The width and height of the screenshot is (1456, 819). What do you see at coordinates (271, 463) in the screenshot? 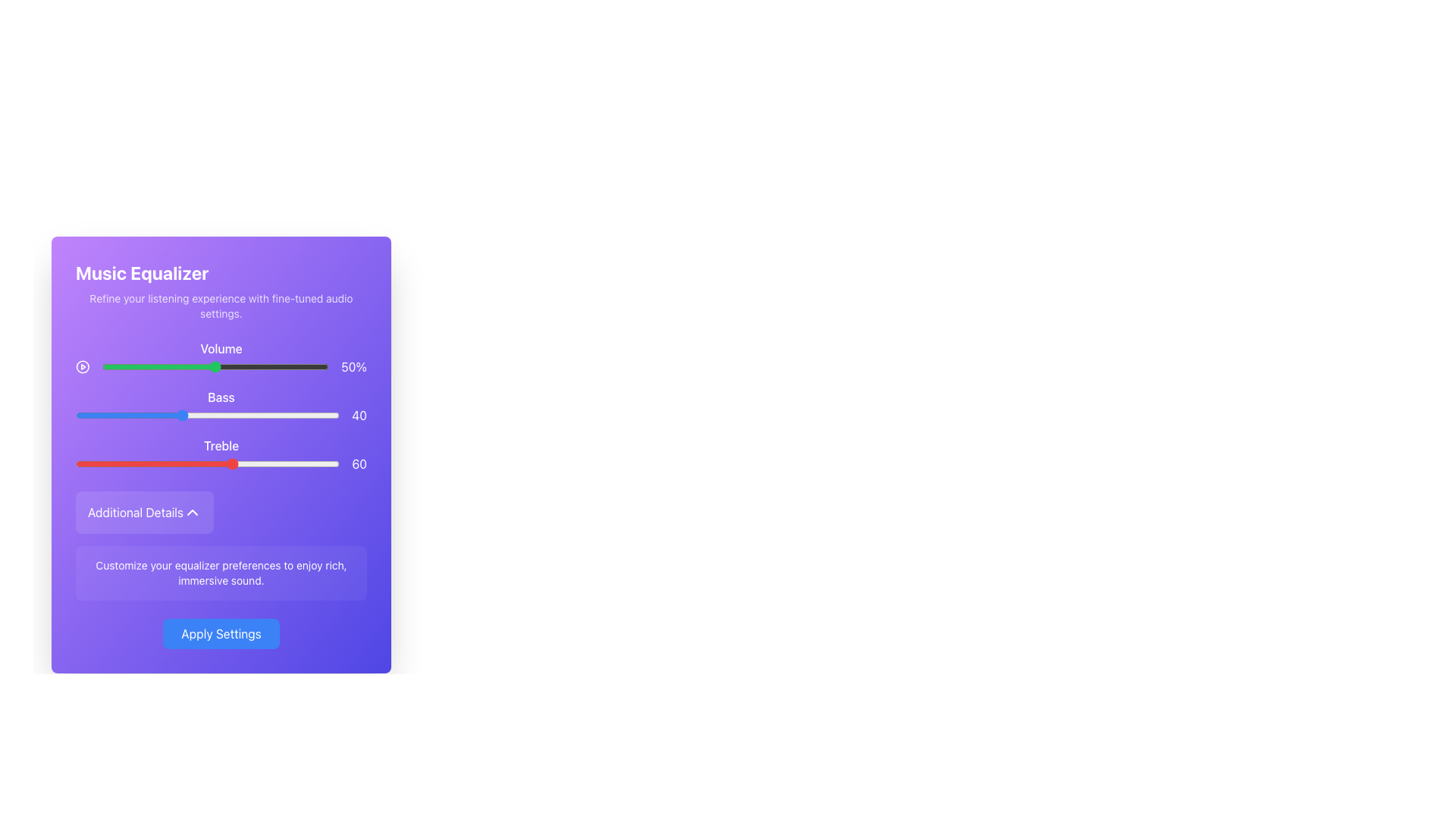
I see `the treble level` at bounding box center [271, 463].